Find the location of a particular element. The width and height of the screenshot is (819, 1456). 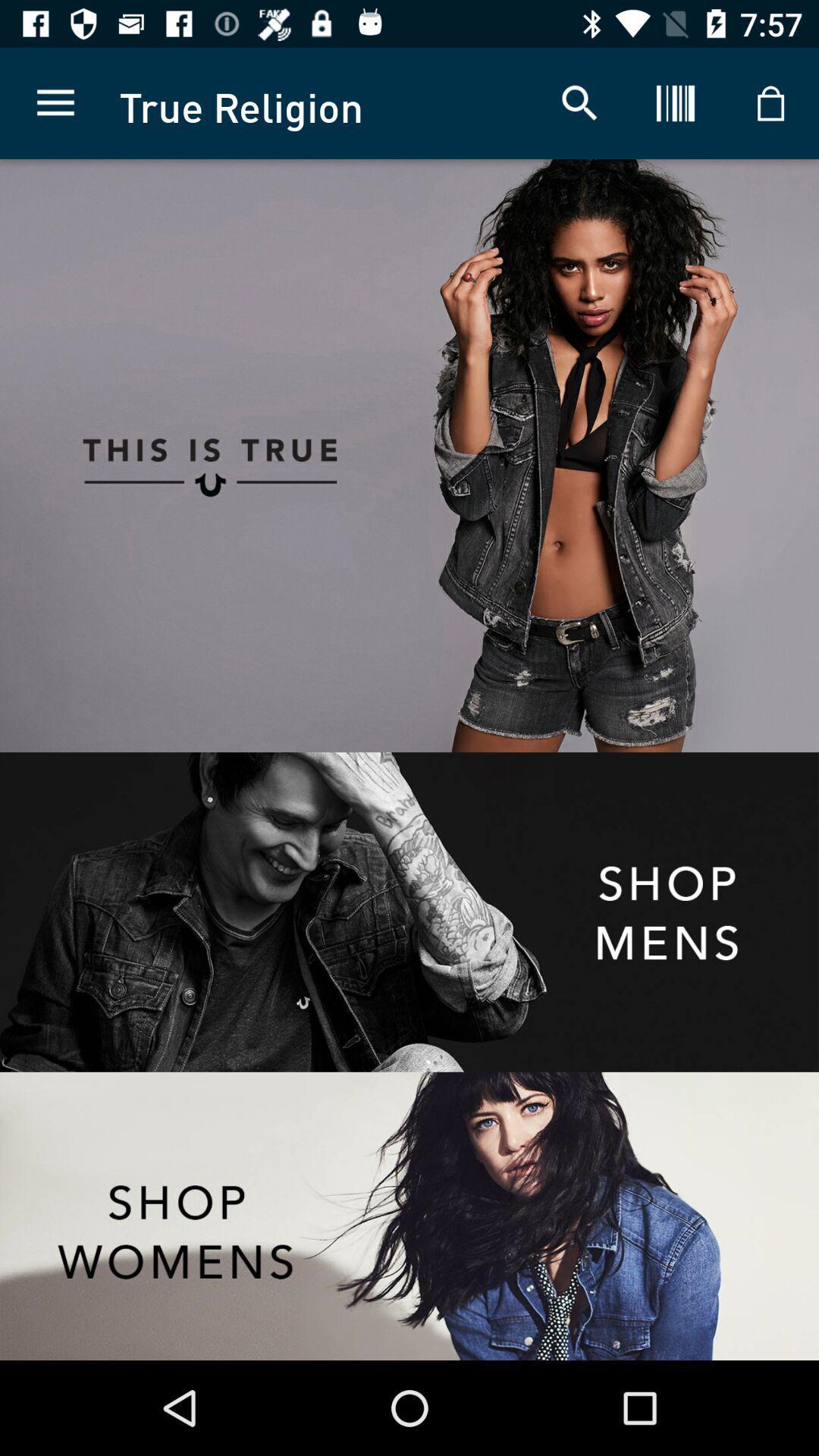

the item to the left of the true religion app is located at coordinates (55, 102).